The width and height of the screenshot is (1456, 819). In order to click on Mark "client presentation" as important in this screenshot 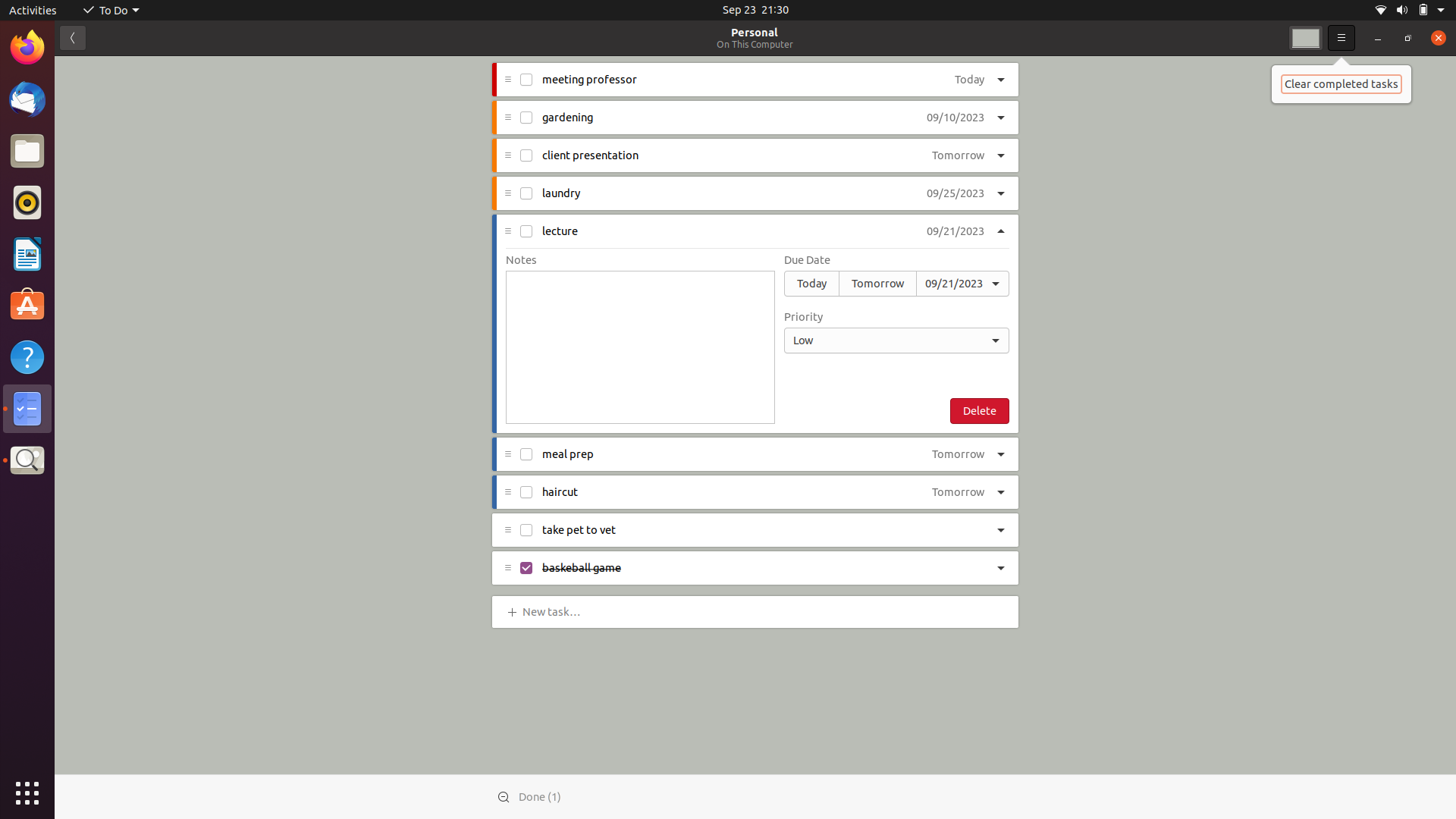, I will do `click(1002, 155)`.